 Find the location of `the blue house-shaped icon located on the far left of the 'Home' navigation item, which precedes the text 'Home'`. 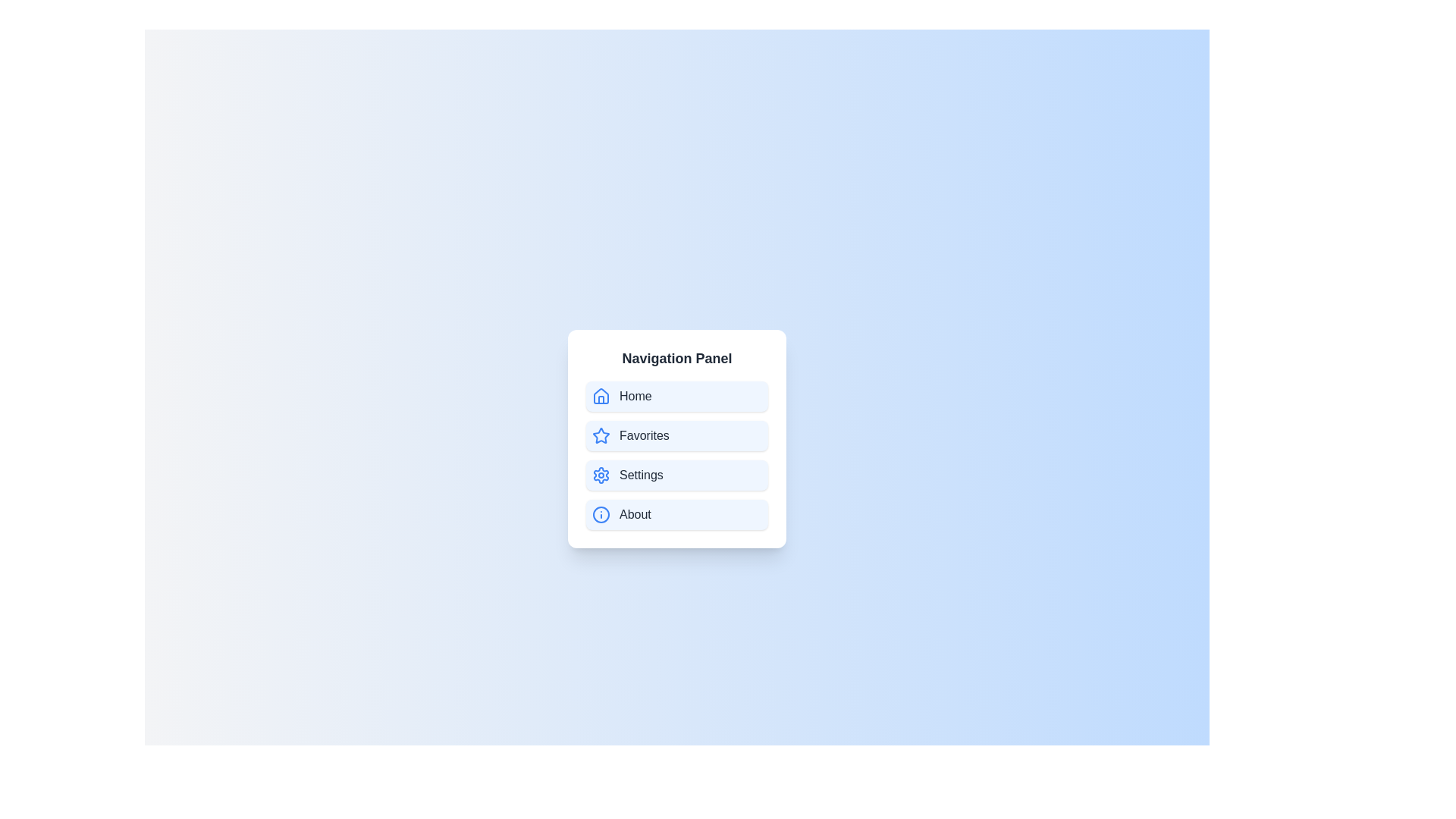

the blue house-shaped icon located on the far left of the 'Home' navigation item, which precedes the text 'Home' is located at coordinates (600, 396).